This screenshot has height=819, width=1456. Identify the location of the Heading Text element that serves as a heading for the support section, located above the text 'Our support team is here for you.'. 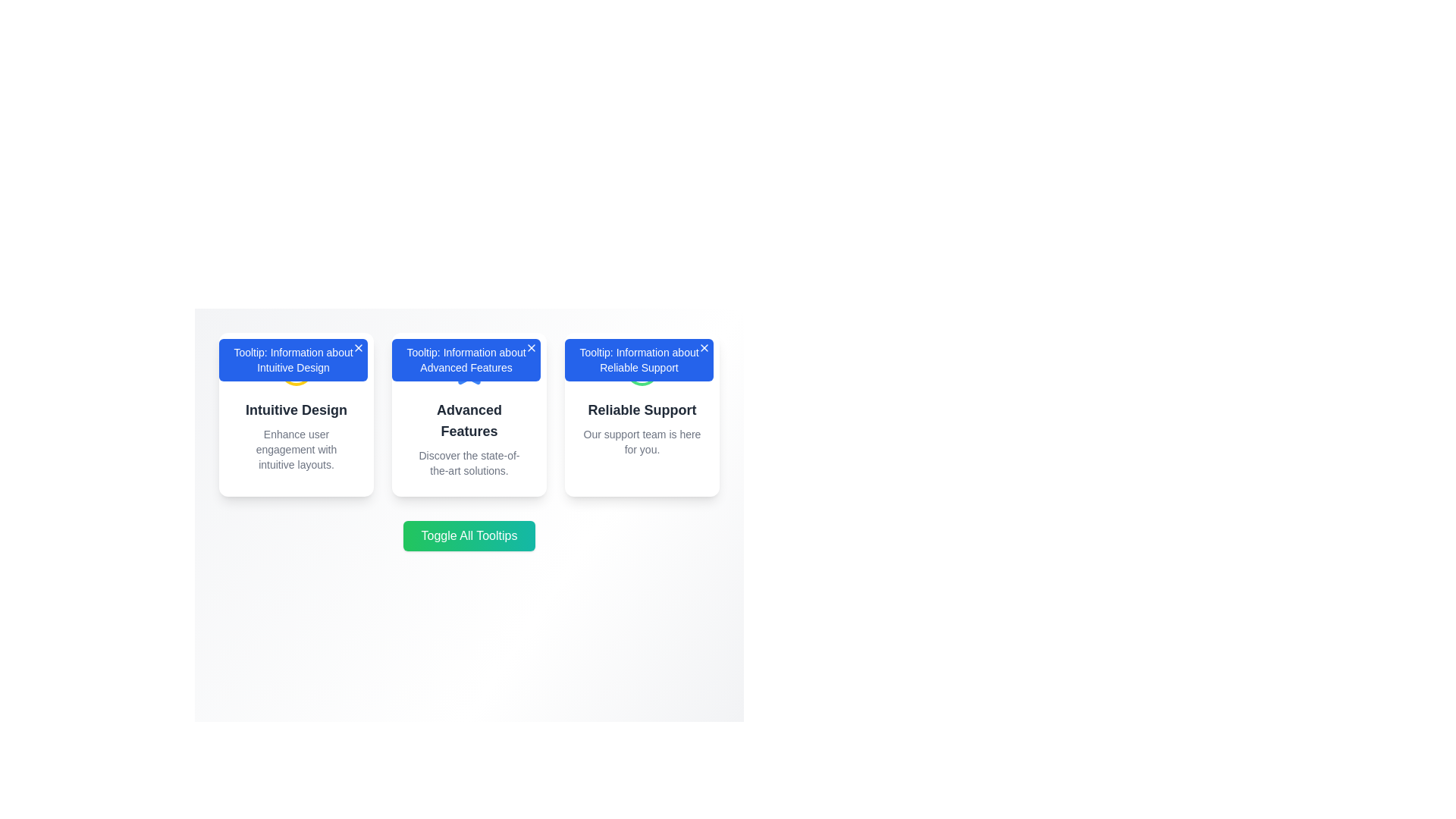
(642, 409).